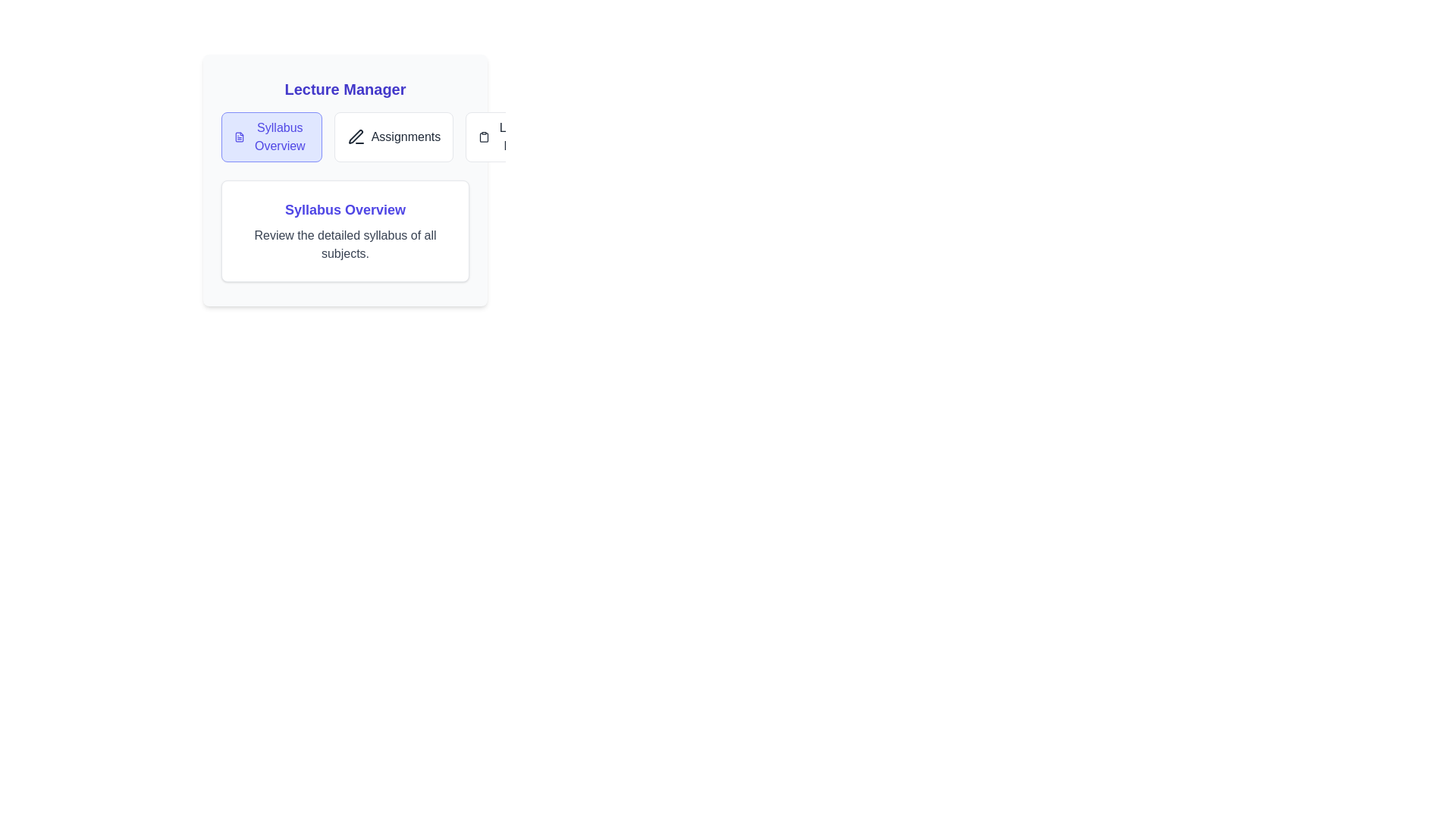  What do you see at coordinates (271, 137) in the screenshot?
I see `the 'Syllabus Overview' button with a light indigo background and indigo text` at bounding box center [271, 137].